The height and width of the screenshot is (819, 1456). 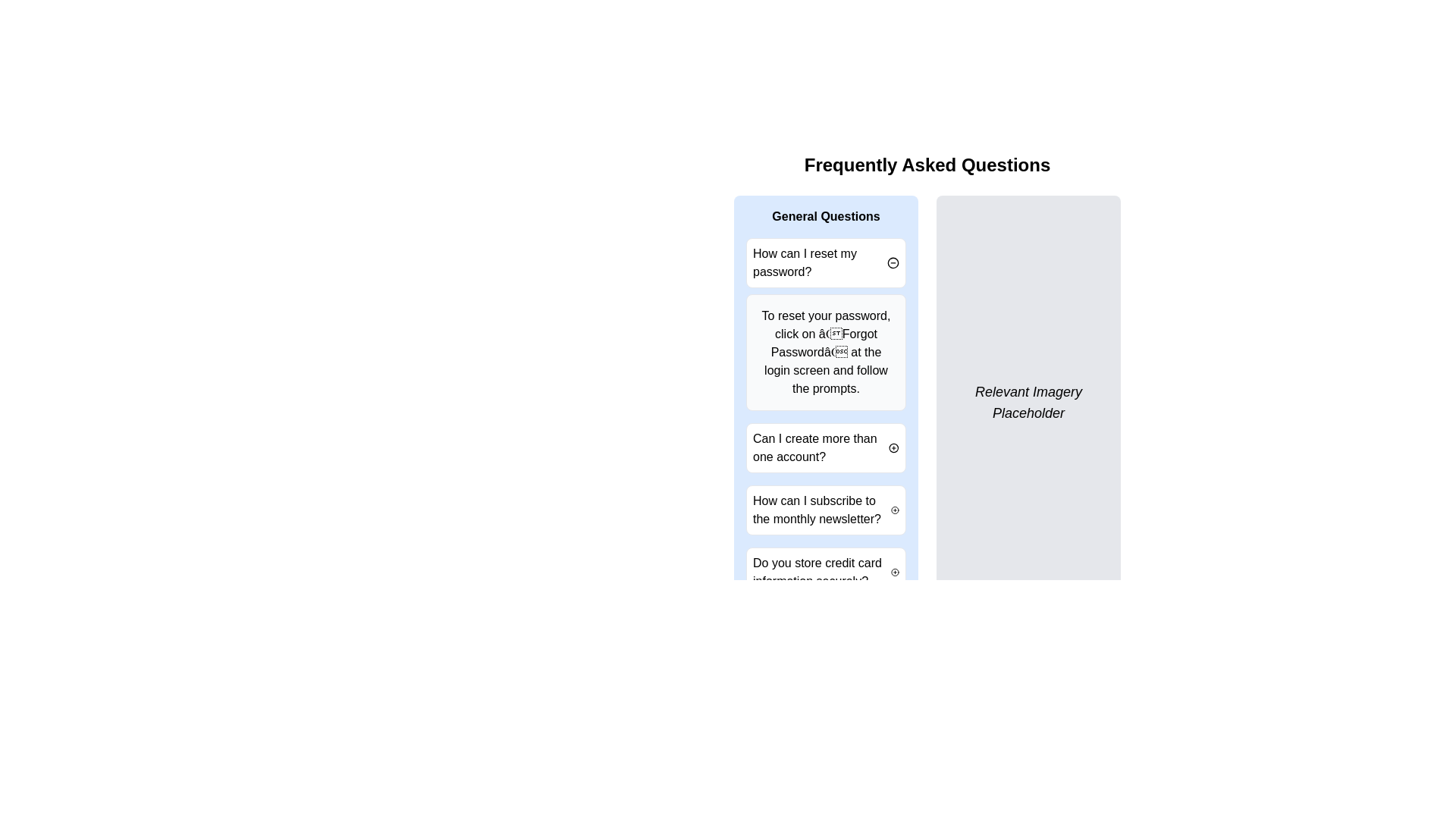 I want to click on the Icon button located at the far-right side of the FAQ entry titled 'Can I create more than one account?', so click(x=894, y=447).